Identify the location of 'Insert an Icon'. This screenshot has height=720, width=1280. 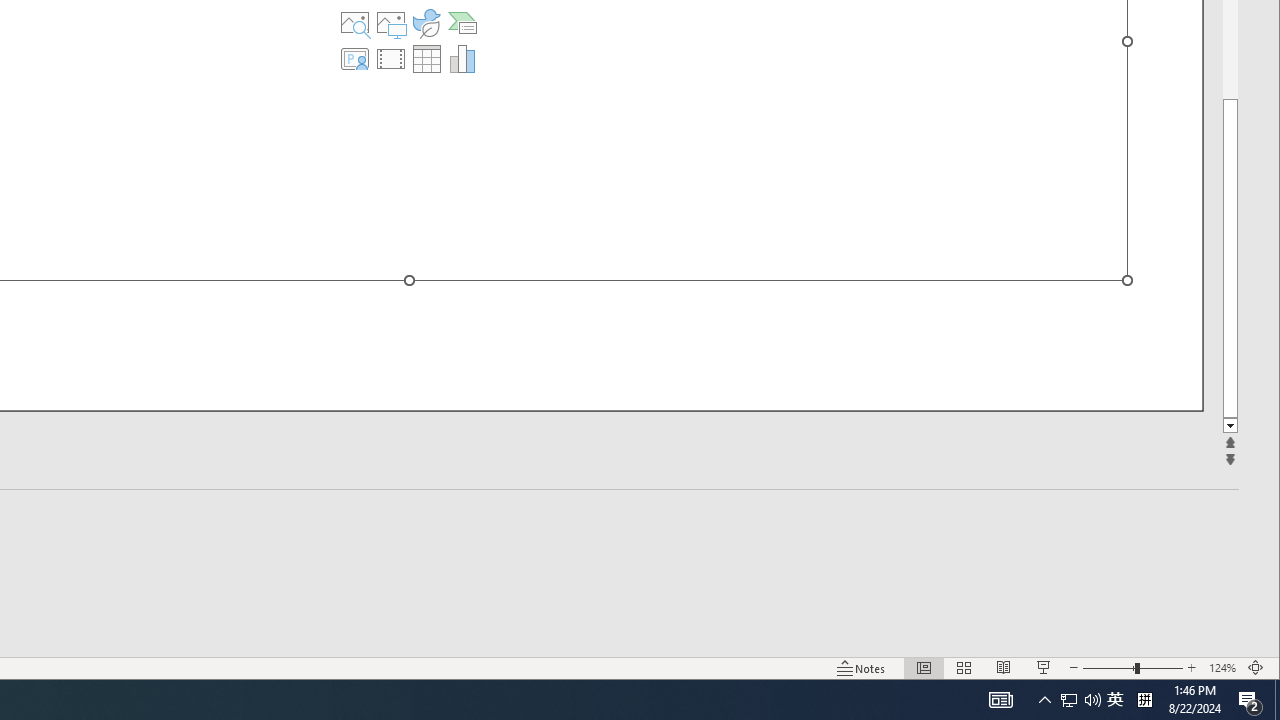
(425, 23).